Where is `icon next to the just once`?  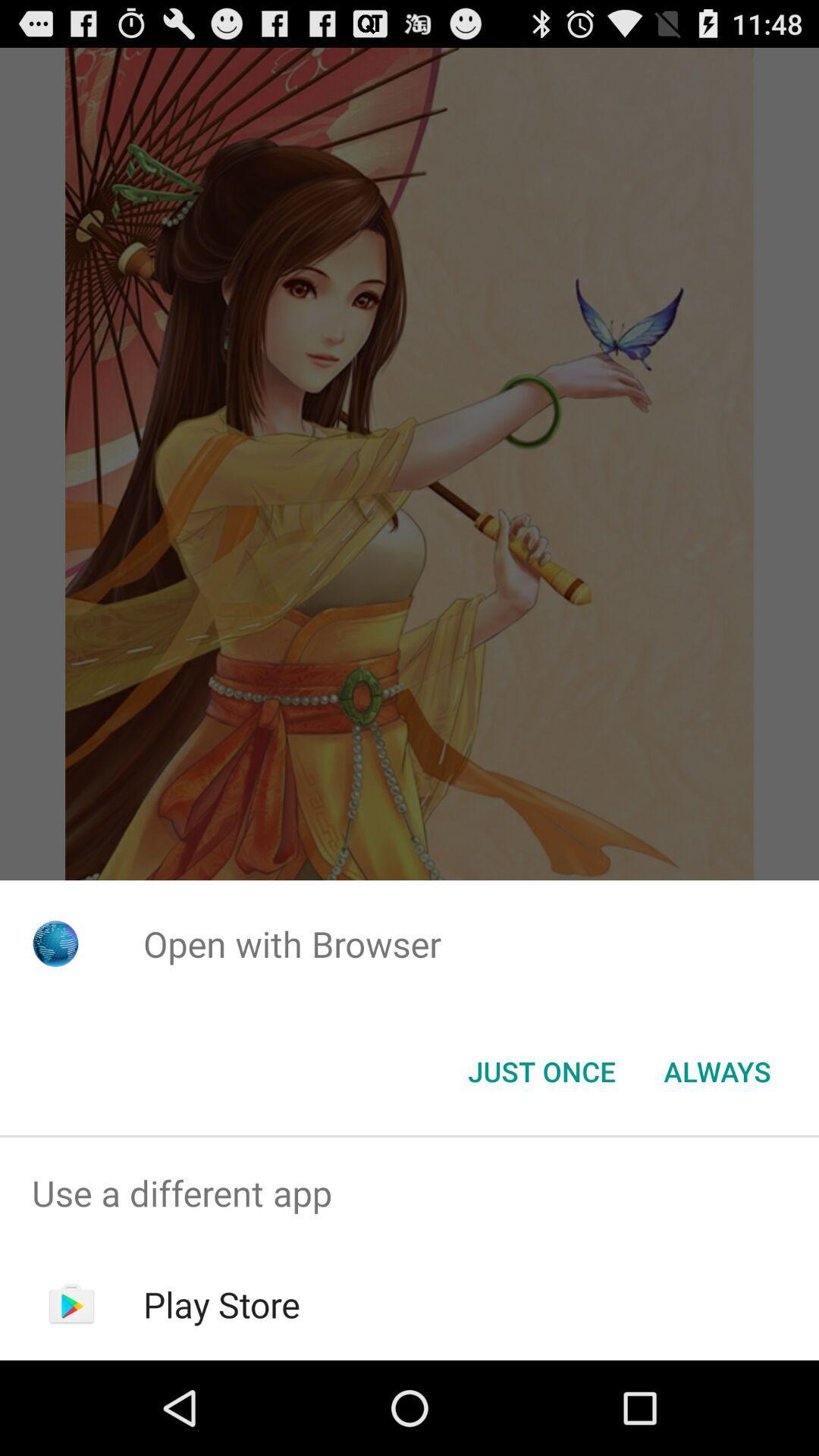
icon next to the just once is located at coordinates (717, 1070).